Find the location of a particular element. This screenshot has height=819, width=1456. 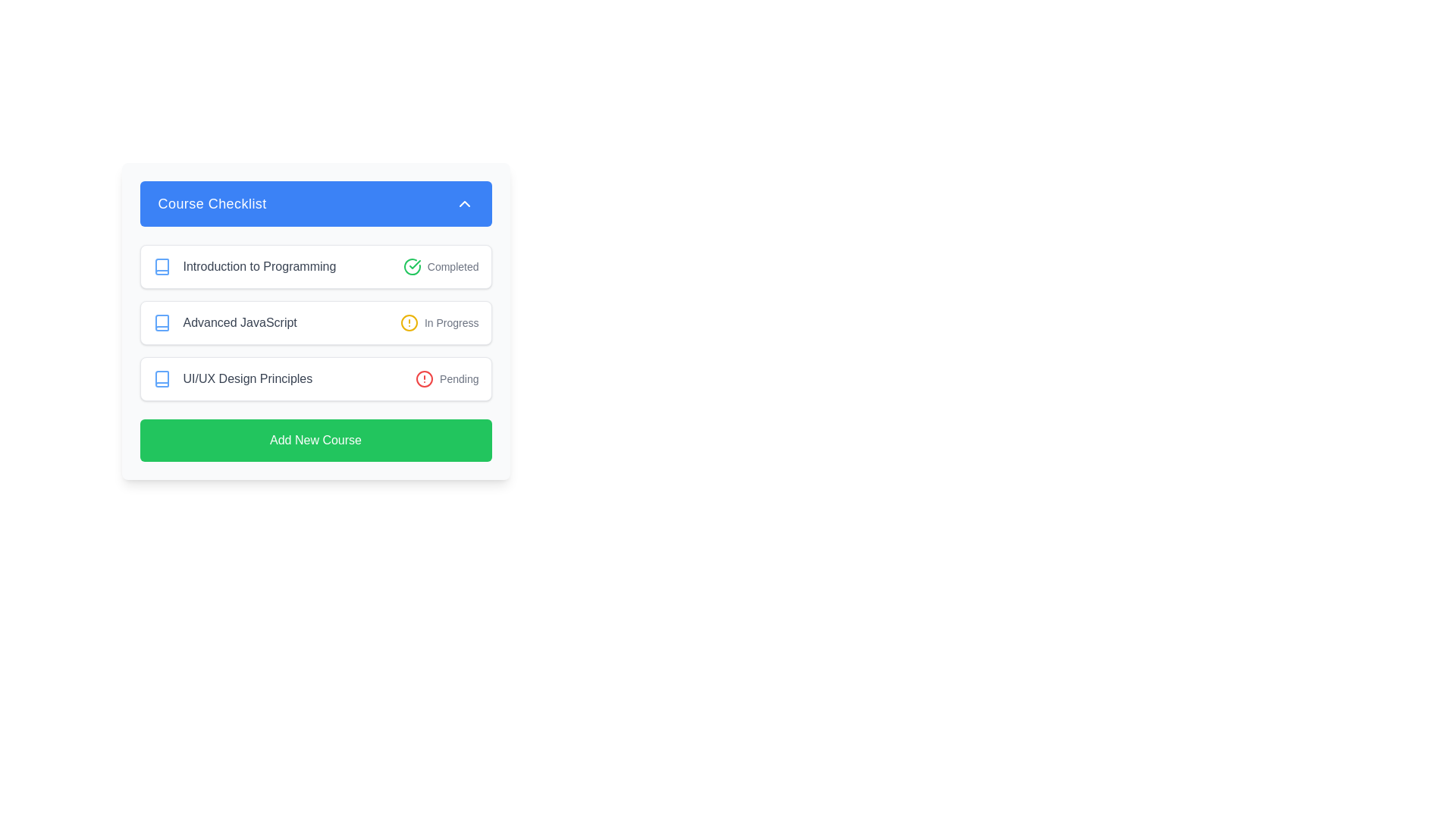

the educational icon positioned at the beginning of the row containing the text 'Advanced JavaScript' is located at coordinates (162, 322).